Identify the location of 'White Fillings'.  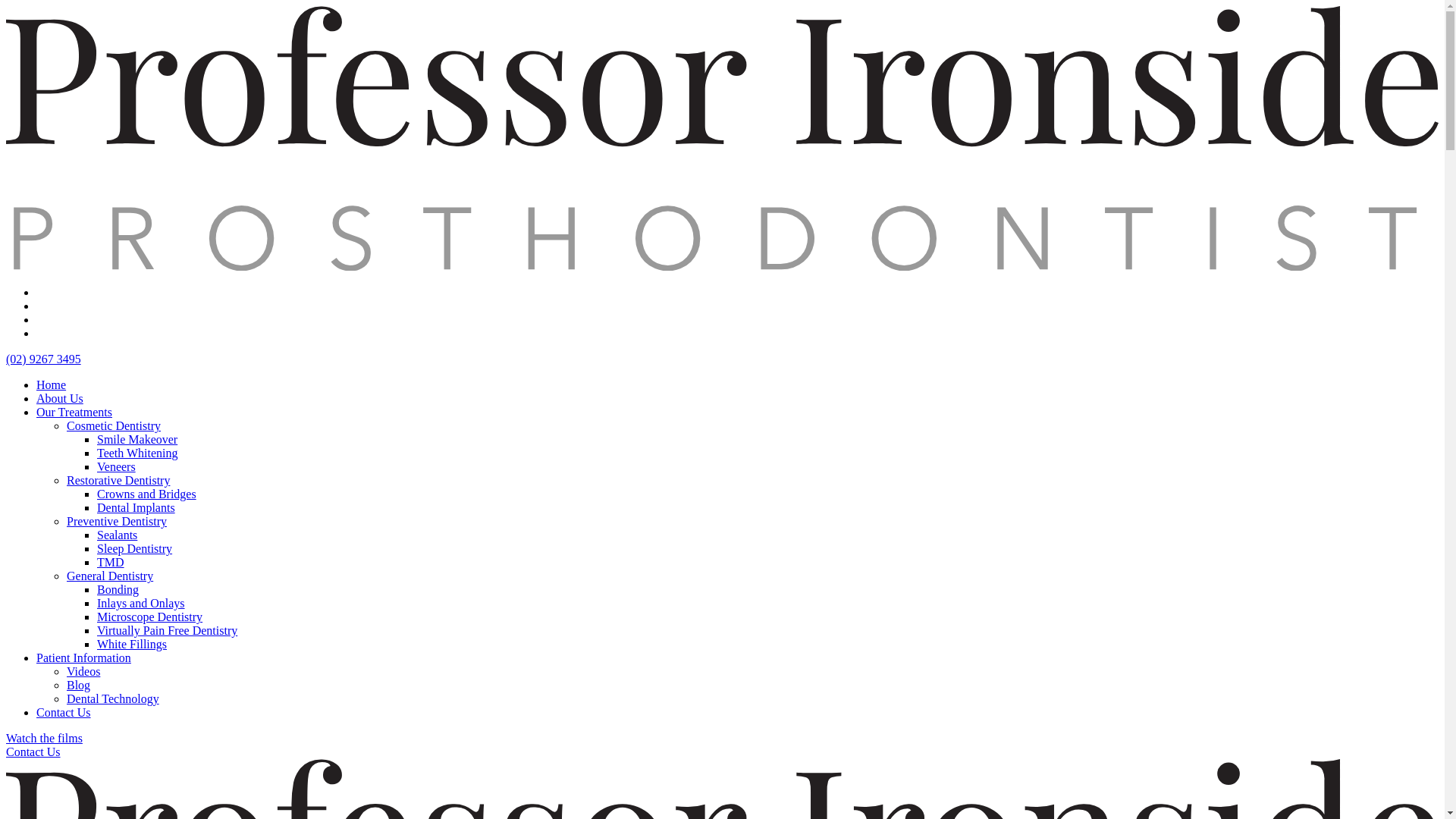
(131, 644).